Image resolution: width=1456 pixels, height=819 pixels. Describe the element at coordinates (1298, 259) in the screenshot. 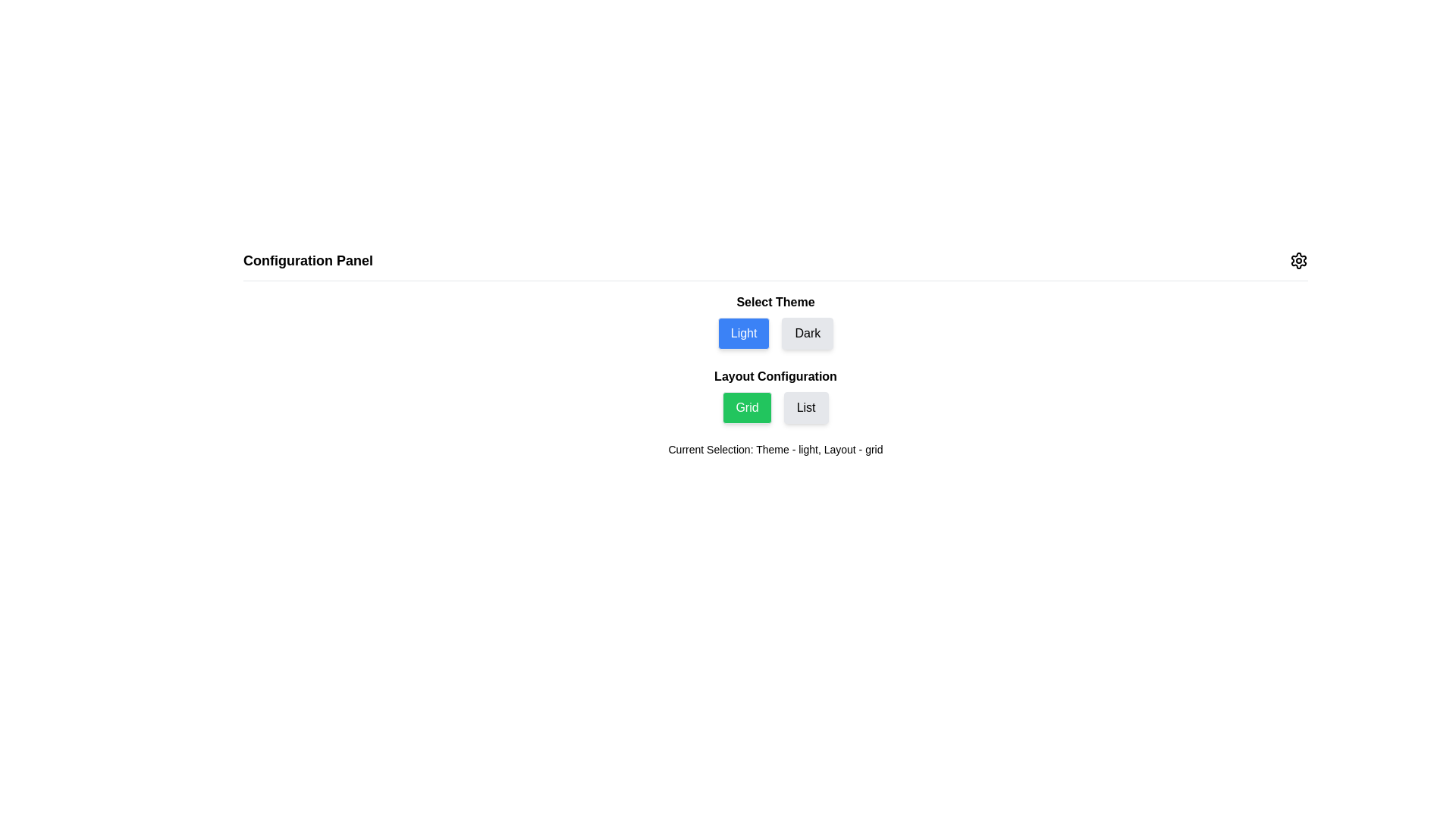

I see `the gear-shaped icon located` at that location.